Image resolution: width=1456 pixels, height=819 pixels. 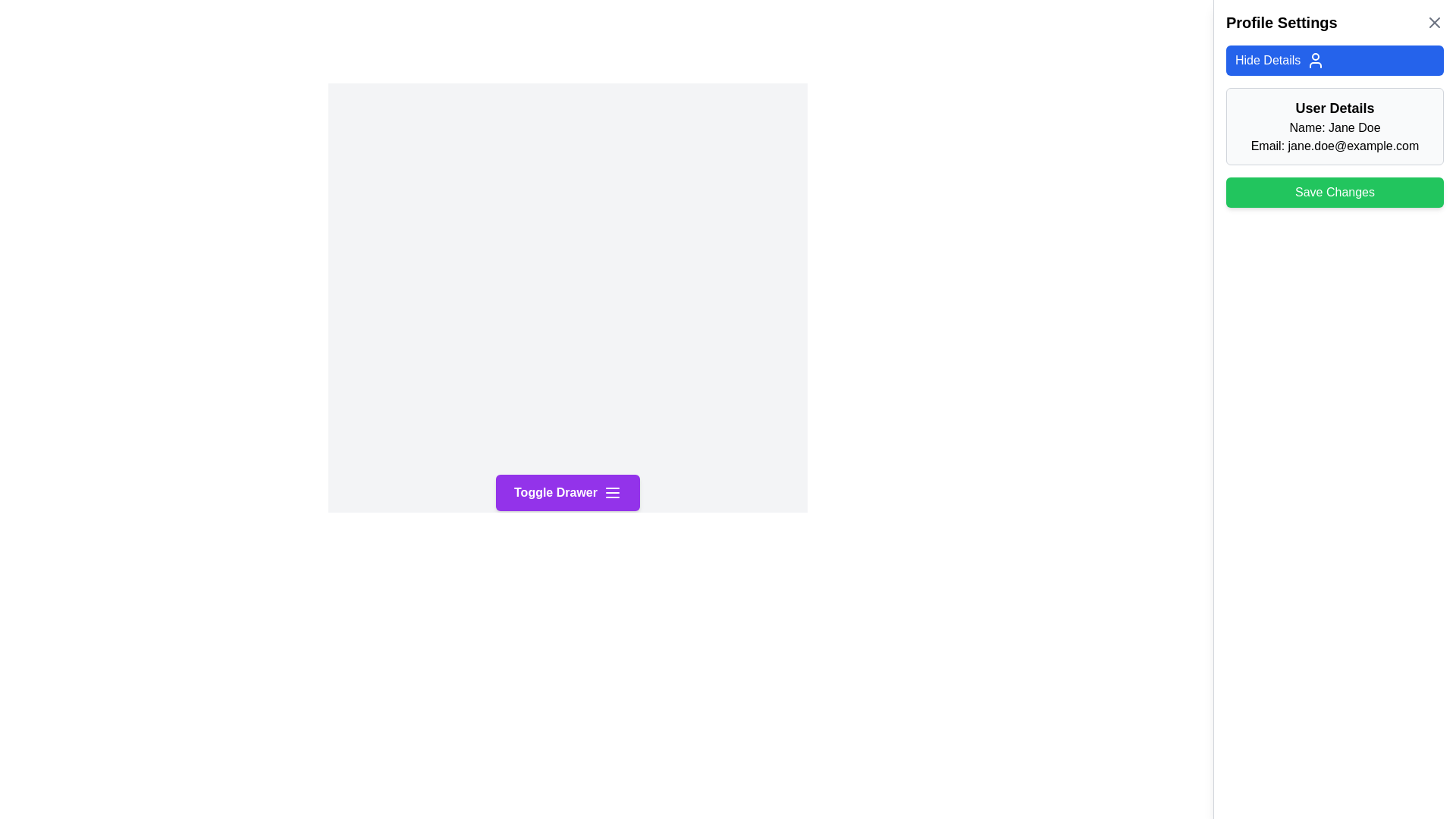 What do you see at coordinates (1315, 60) in the screenshot?
I see `the decorative user profile icon centered within the blue 'Hide Details' button located at the top of the profile settings sidebar` at bounding box center [1315, 60].